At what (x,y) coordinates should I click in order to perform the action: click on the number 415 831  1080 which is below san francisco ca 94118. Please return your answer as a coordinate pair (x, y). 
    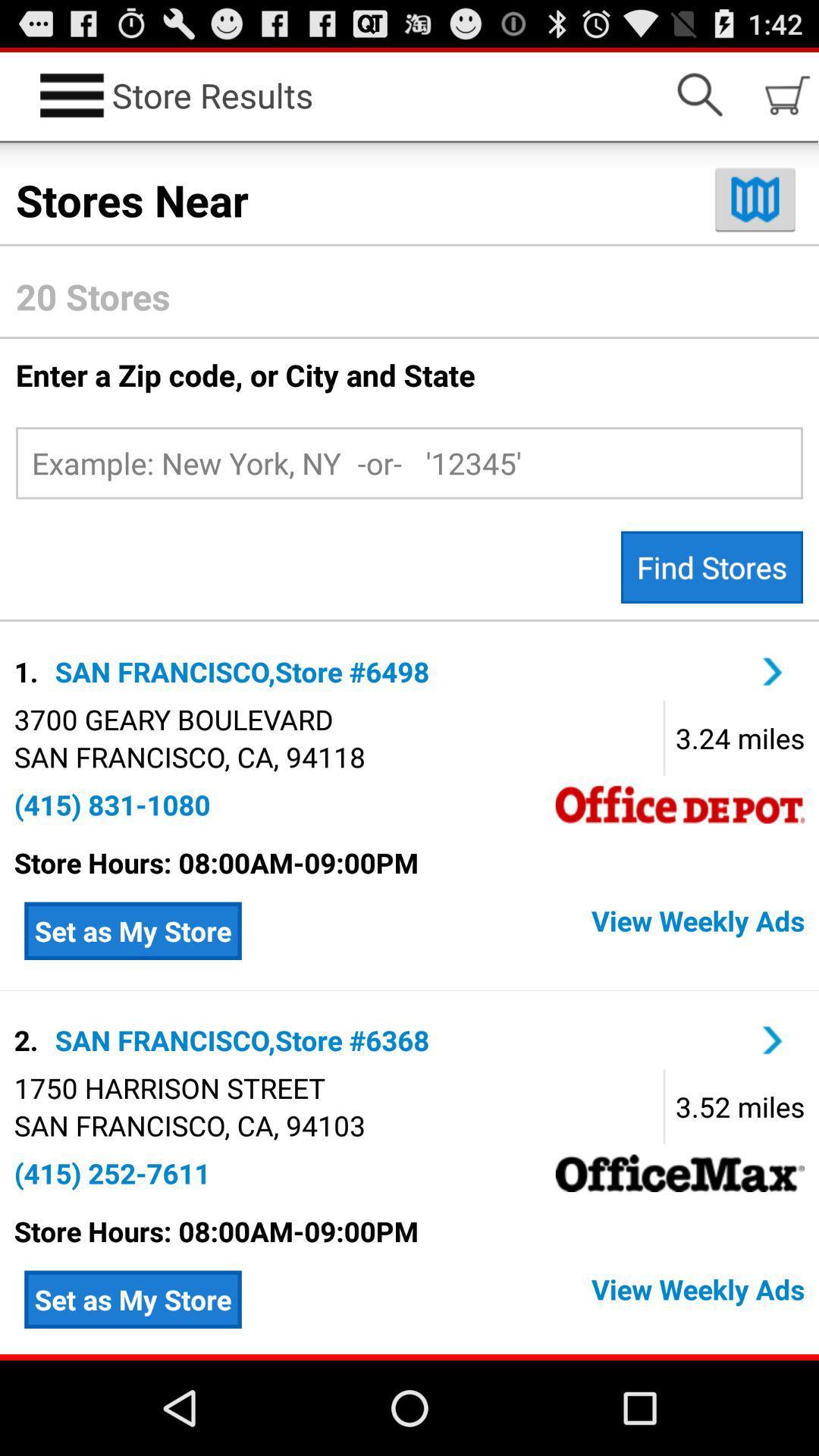
    Looking at the image, I should click on (111, 804).